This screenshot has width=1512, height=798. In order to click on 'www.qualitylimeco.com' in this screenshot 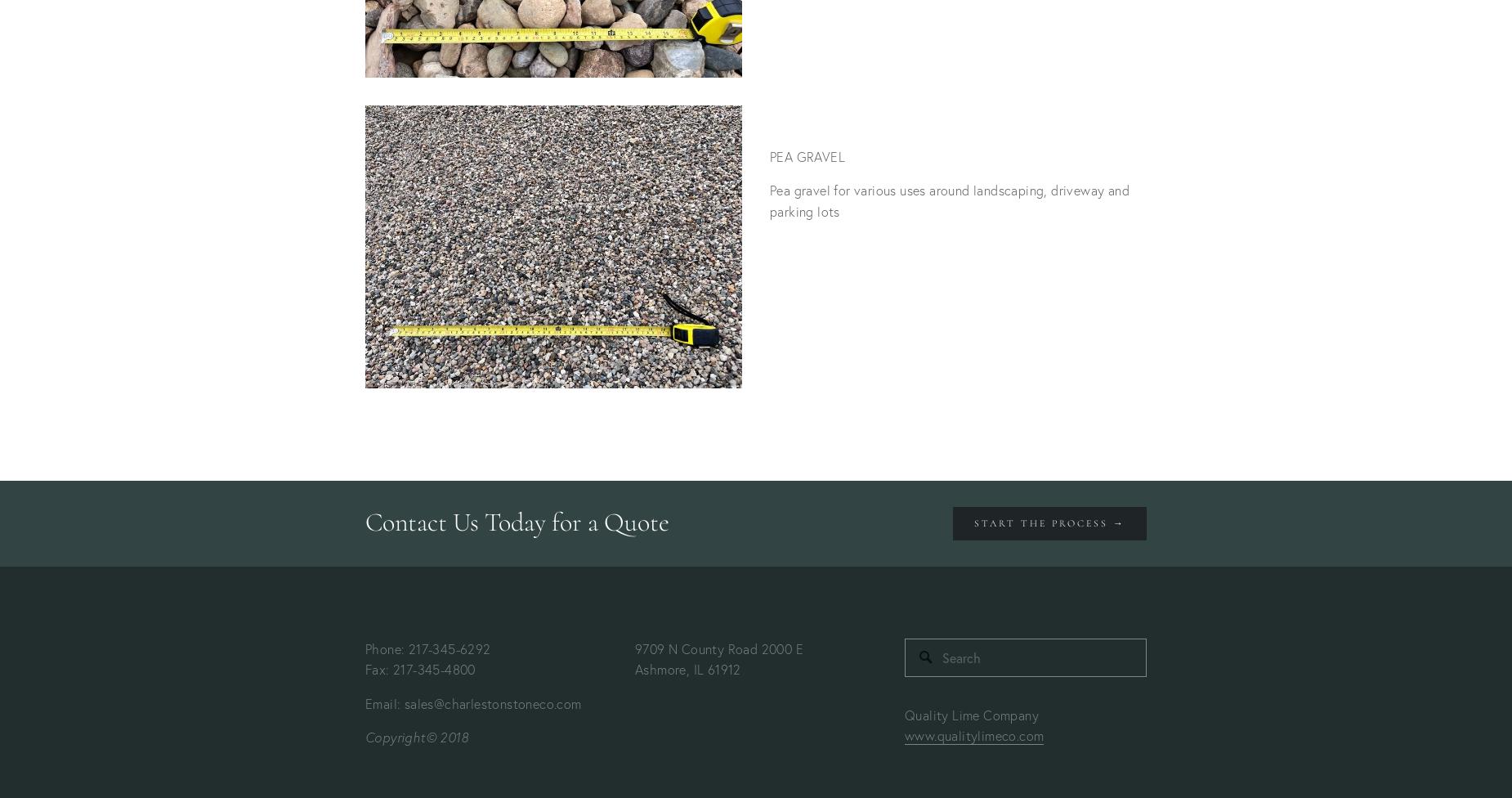, I will do `click(973, 734)`.